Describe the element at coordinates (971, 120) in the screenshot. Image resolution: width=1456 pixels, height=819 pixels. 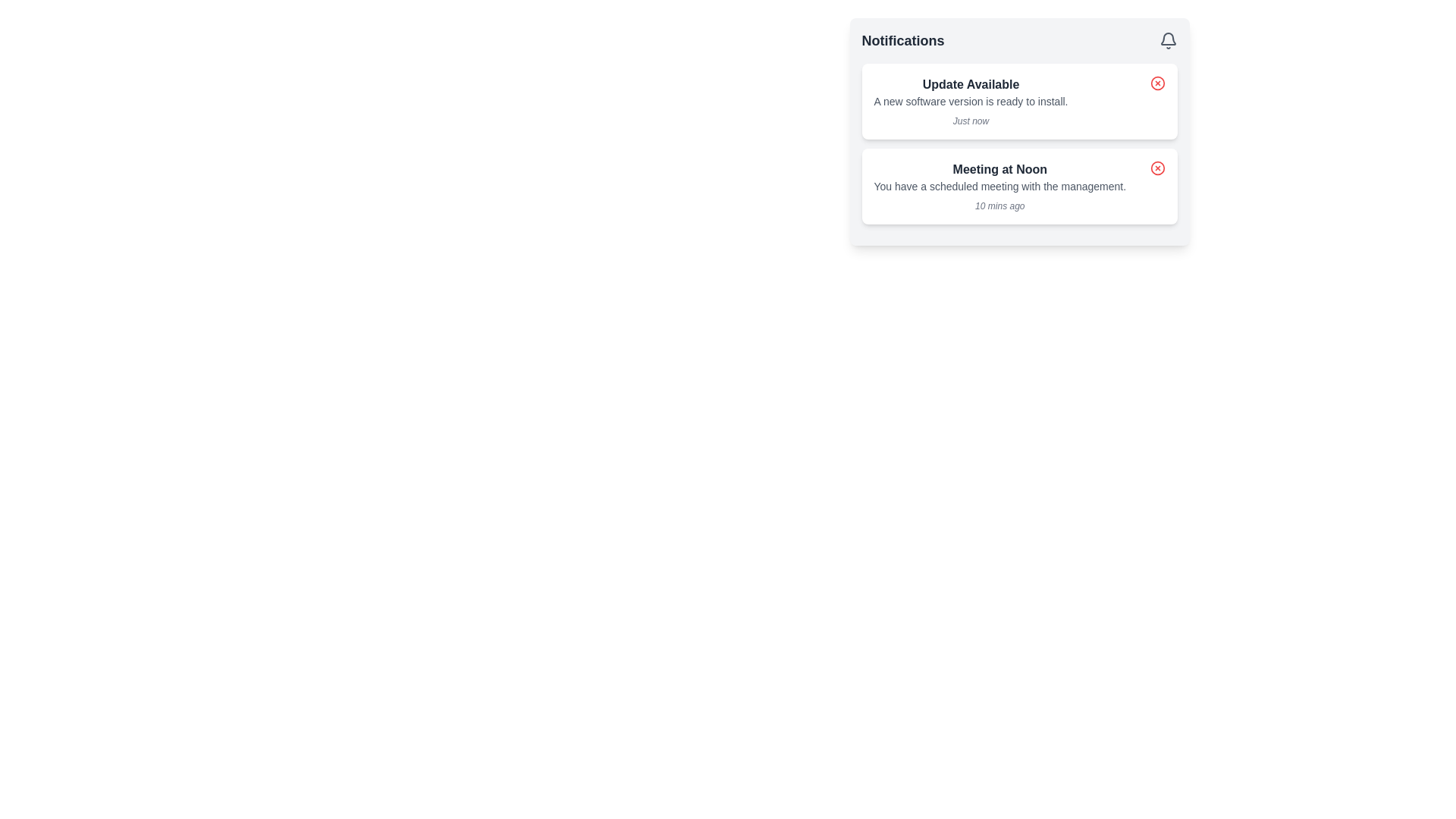
I see `the static text label reading 'Just now', which is styled in italic and light gray color, located under the notification message within the 'Update Available' card` at that location.